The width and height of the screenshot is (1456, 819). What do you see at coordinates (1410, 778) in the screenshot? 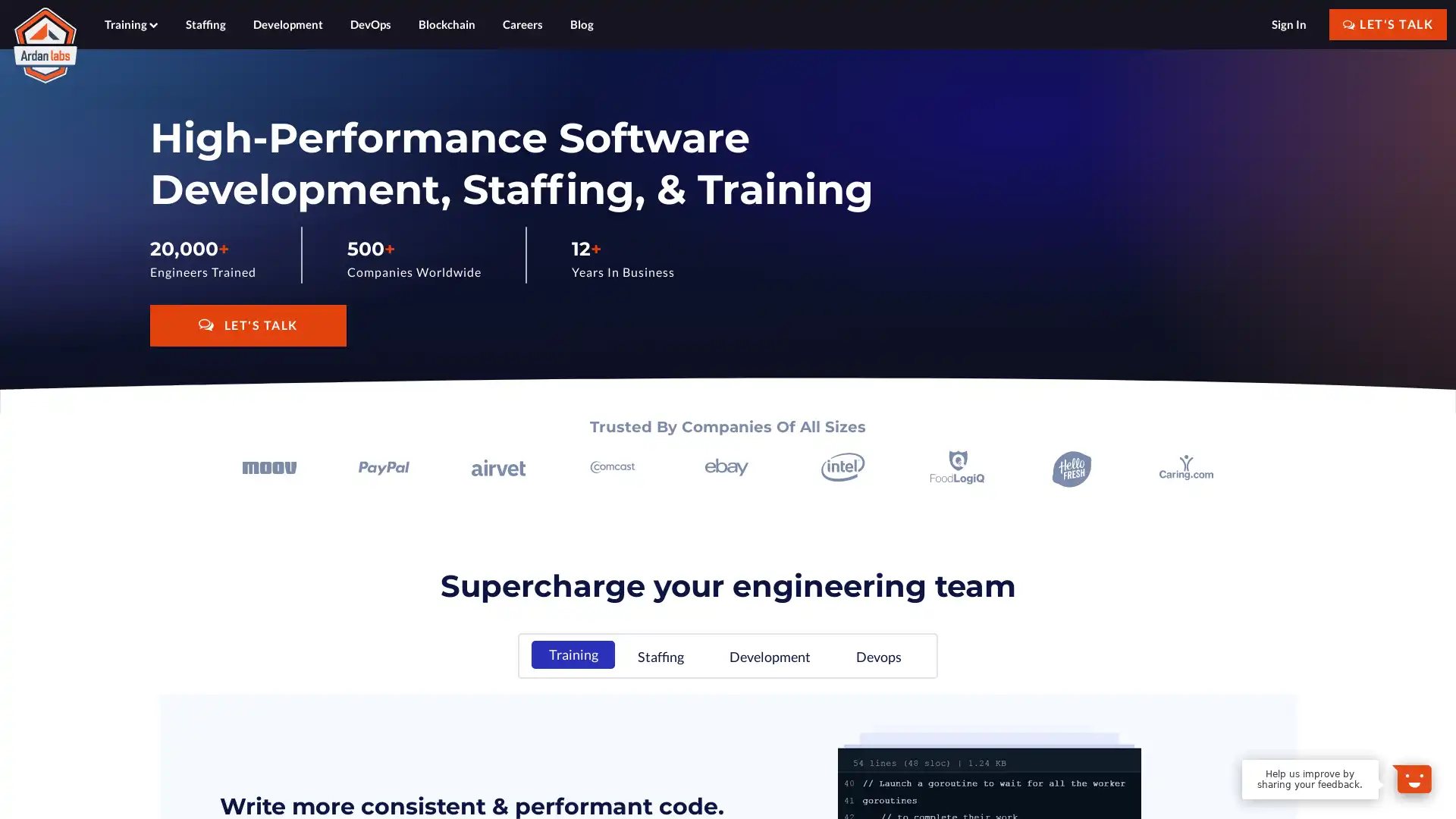
I see `Open` at bounding box center [1410, 778].